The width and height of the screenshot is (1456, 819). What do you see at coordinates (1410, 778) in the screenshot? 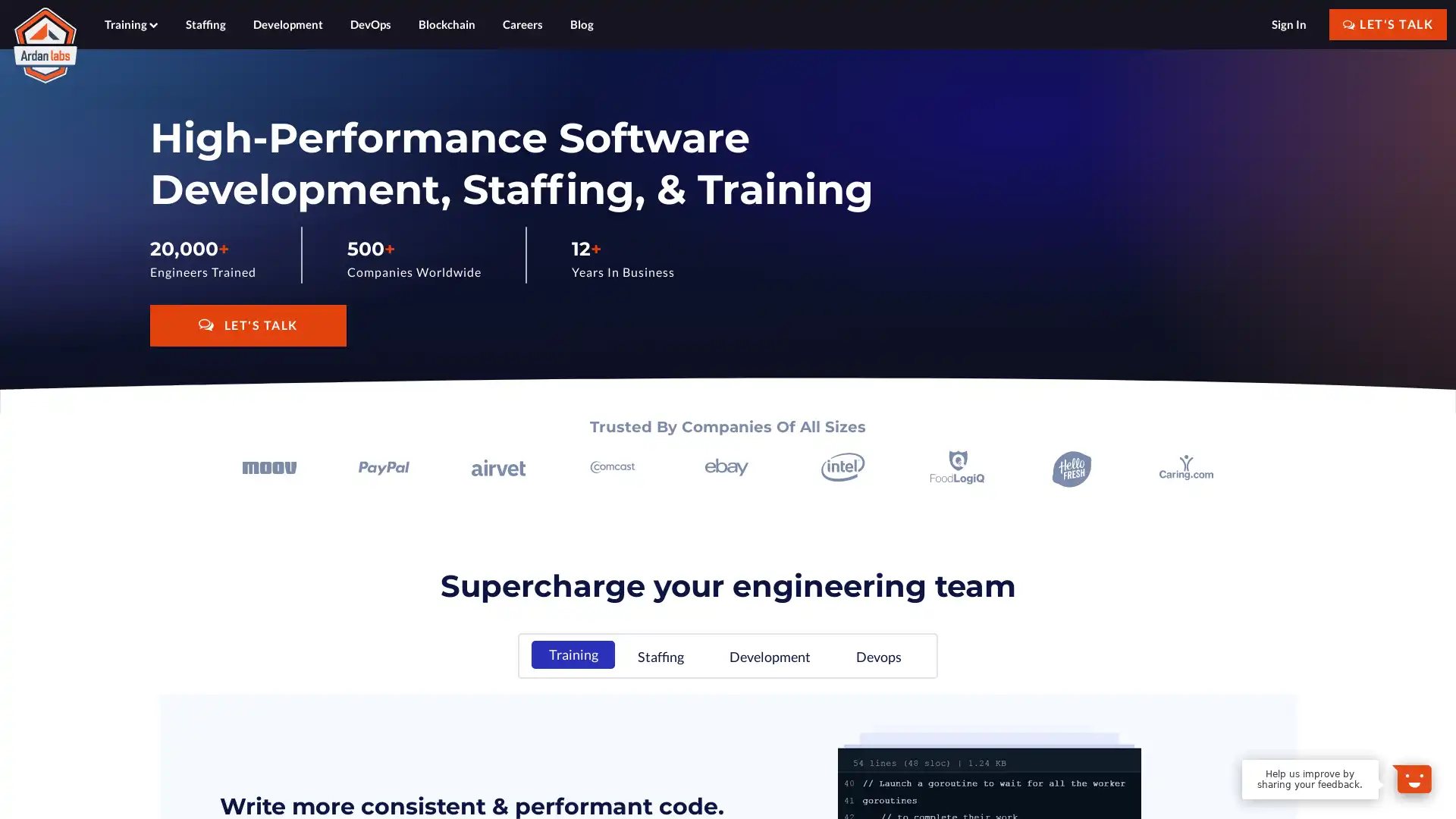
I see `Open` at bounding box center [1410, 778].